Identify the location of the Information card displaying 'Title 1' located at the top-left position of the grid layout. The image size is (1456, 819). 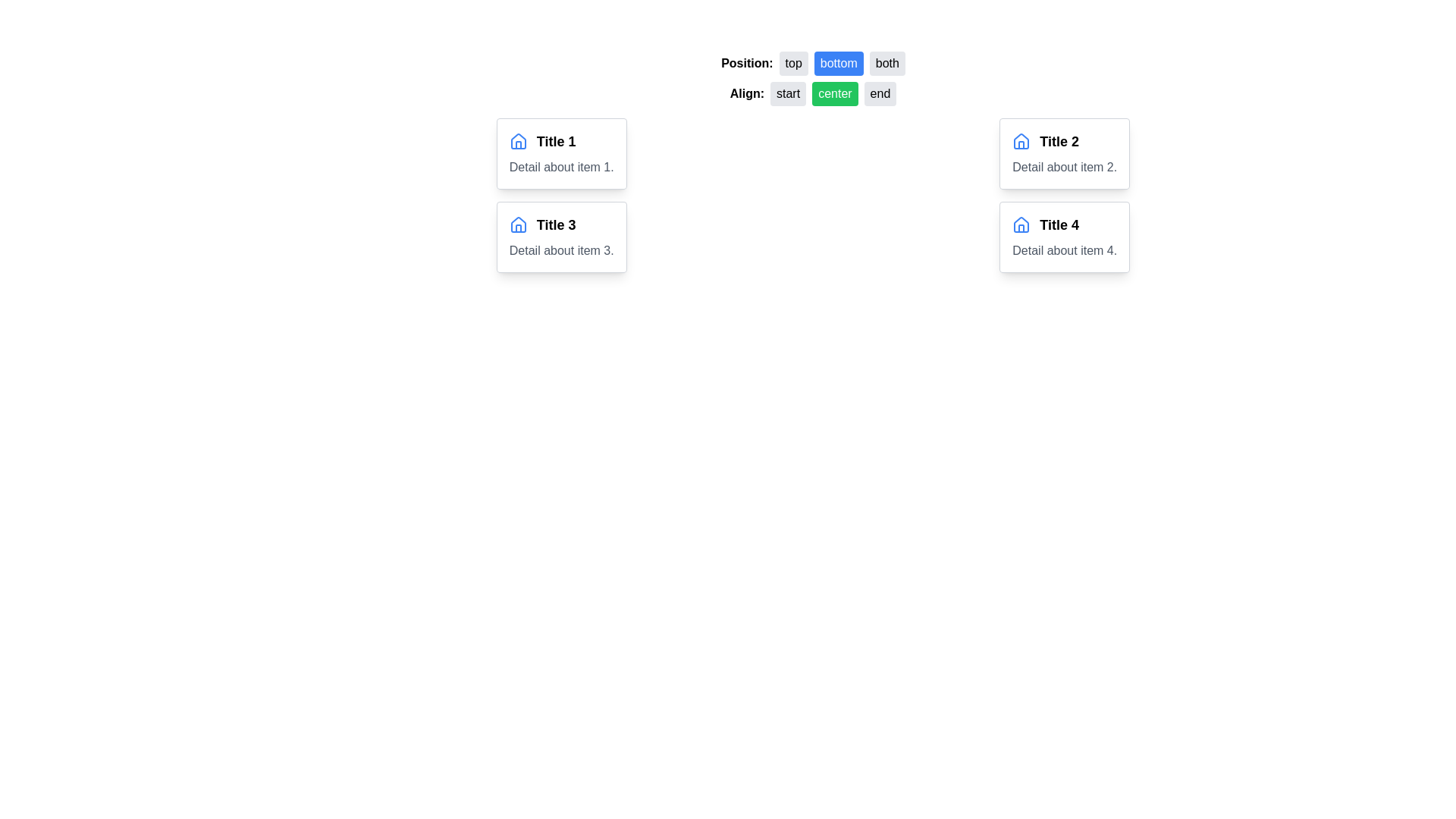
(560, 154).